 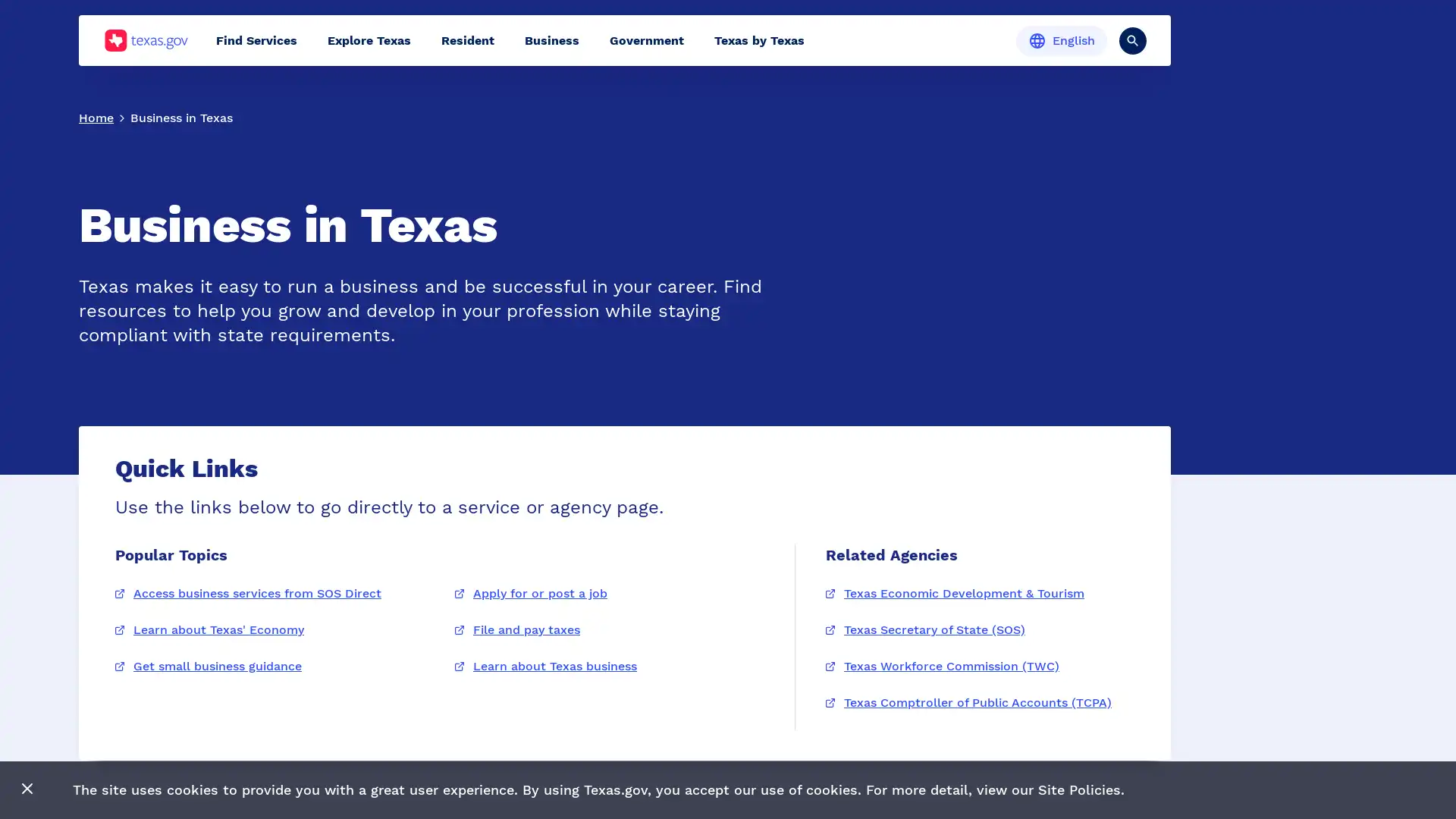 What do you see at coordinates (256, 39) in the screenshot?
I see `Find Services` at bounding box center [256, 39].